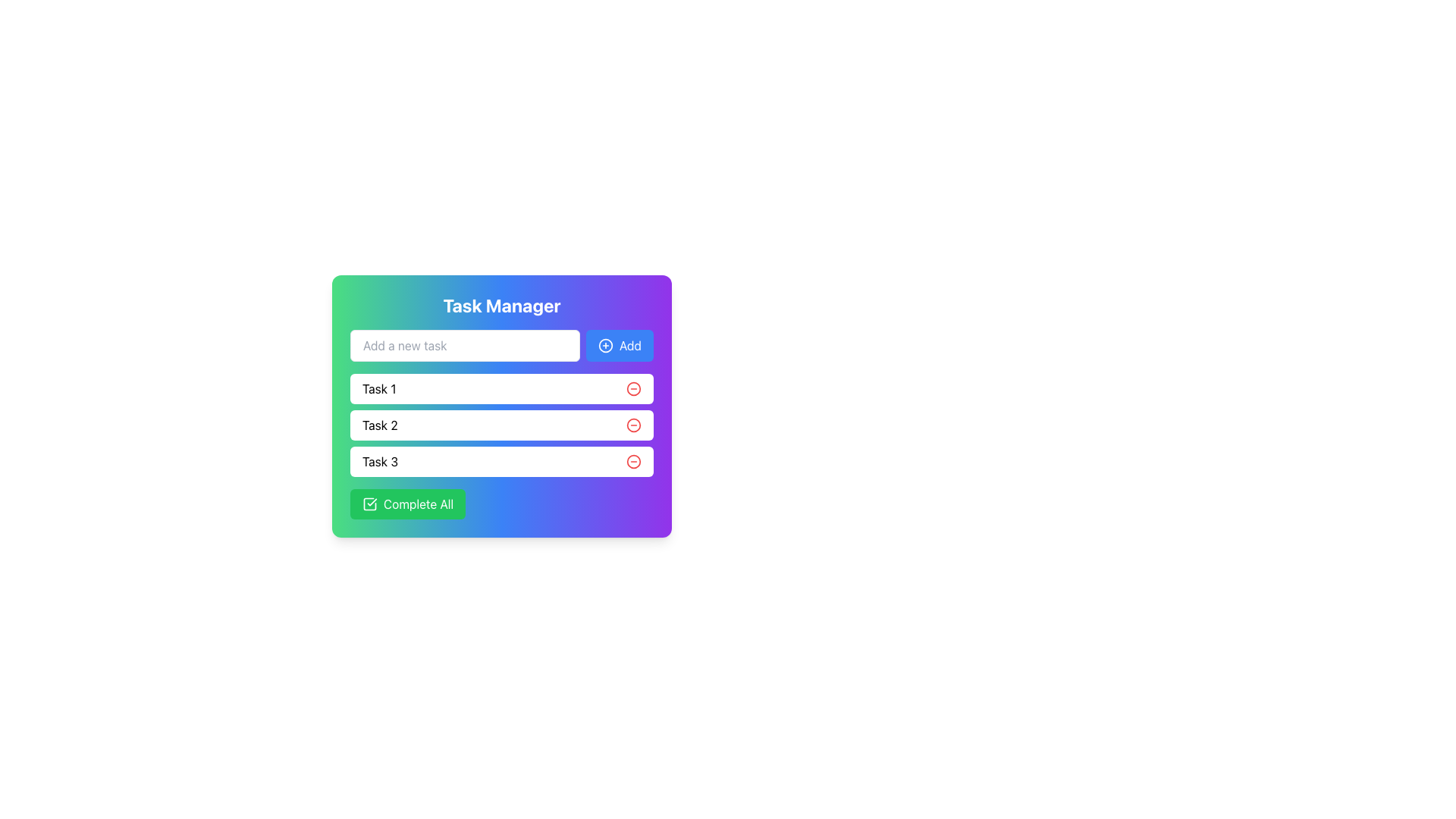  What do you see at coordinates (380, 425) in the screenshot?
I see `the Text Label displaying 'Task 2', which is the second task item in the task management interface` at bounding box center [380, 425].